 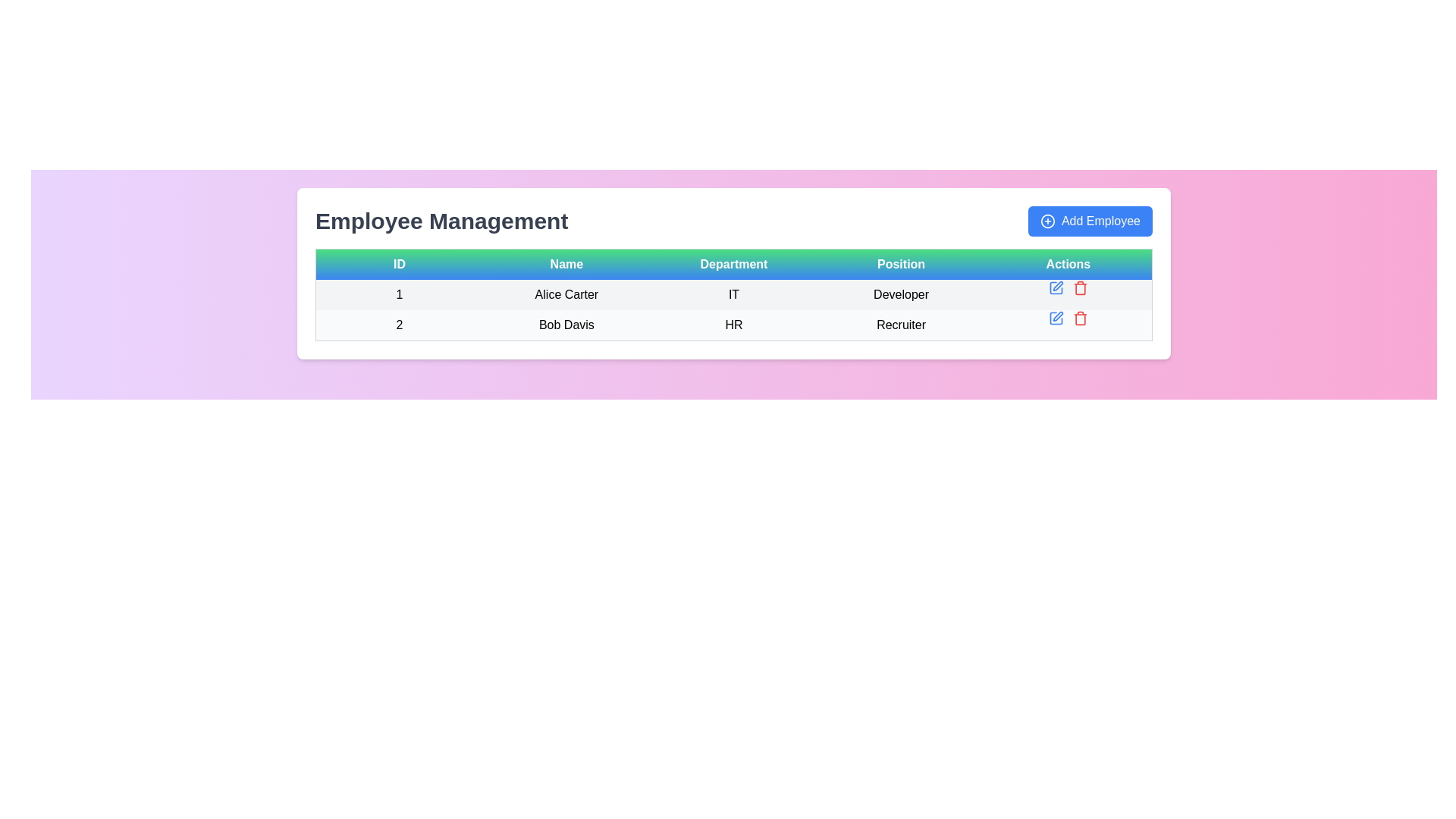 I want to click on the edit icon in the Actions column of the second row, so click(x=1055, y=288).